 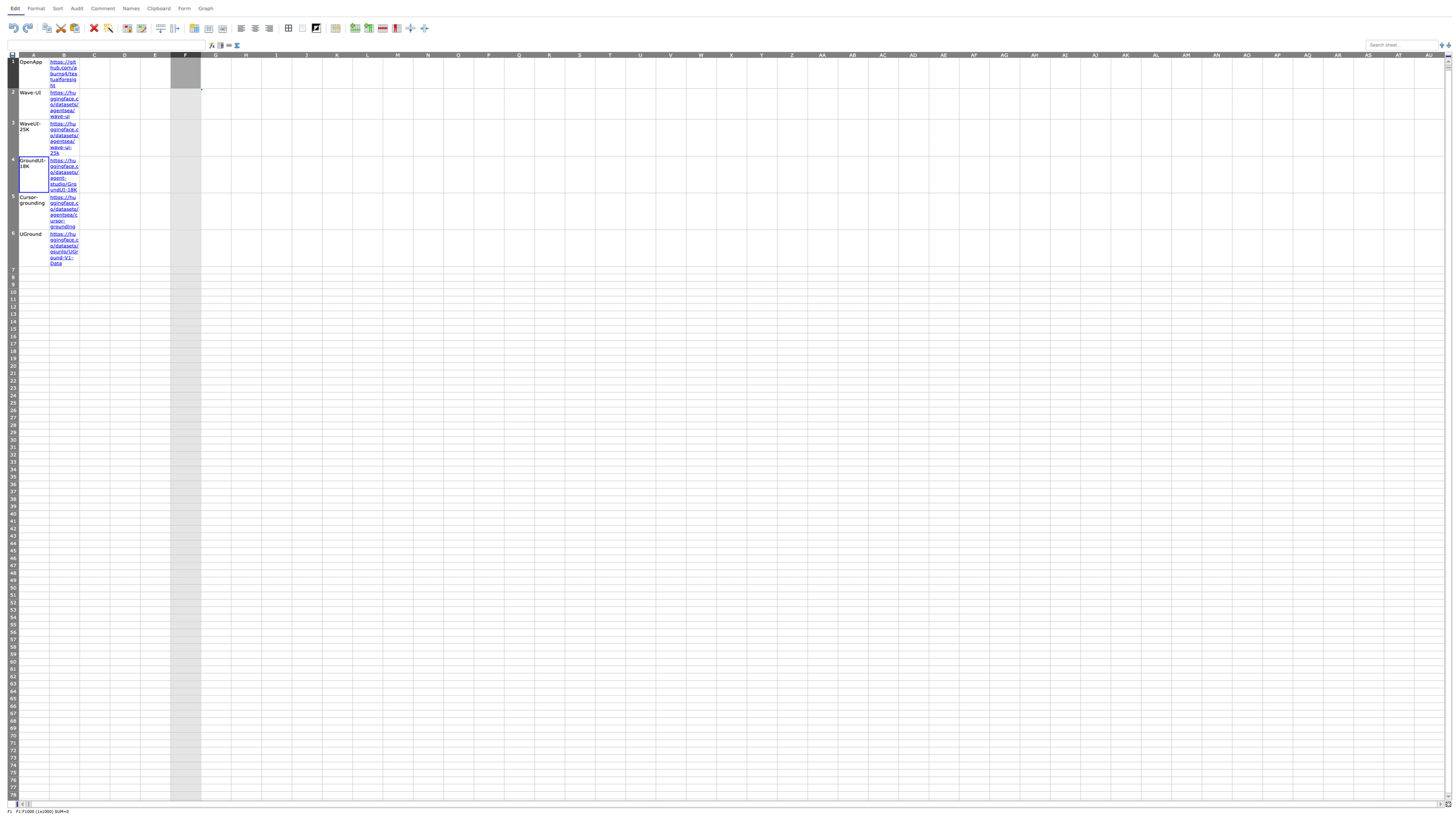 I want to click on entire column M, so click(x=397, y=54).